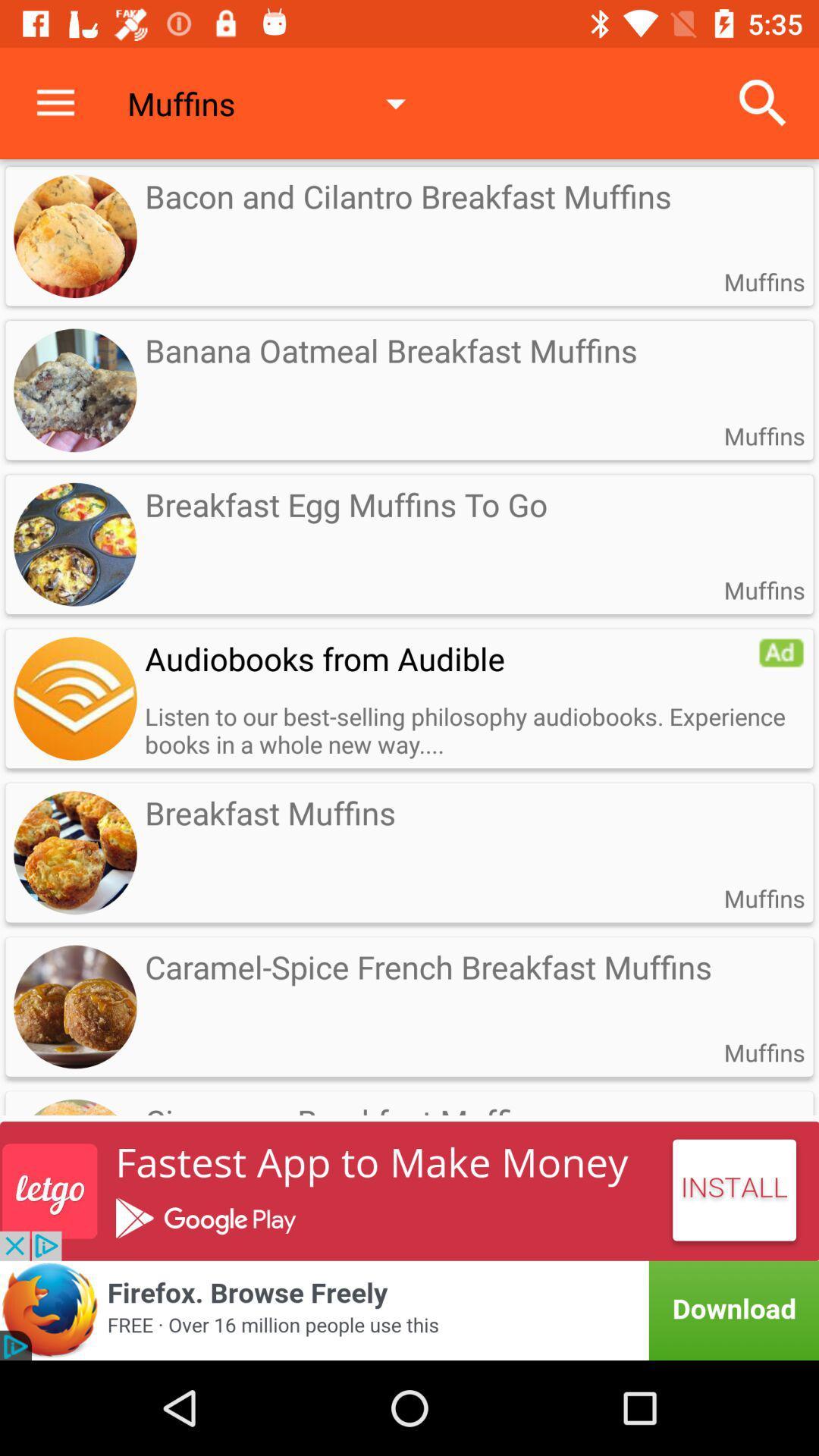 The height and width of the screenshot is (1456, 819). Describe the element at coordinates (409, 1310) in the screenshot. I see `lower advertisement bar` at that location.